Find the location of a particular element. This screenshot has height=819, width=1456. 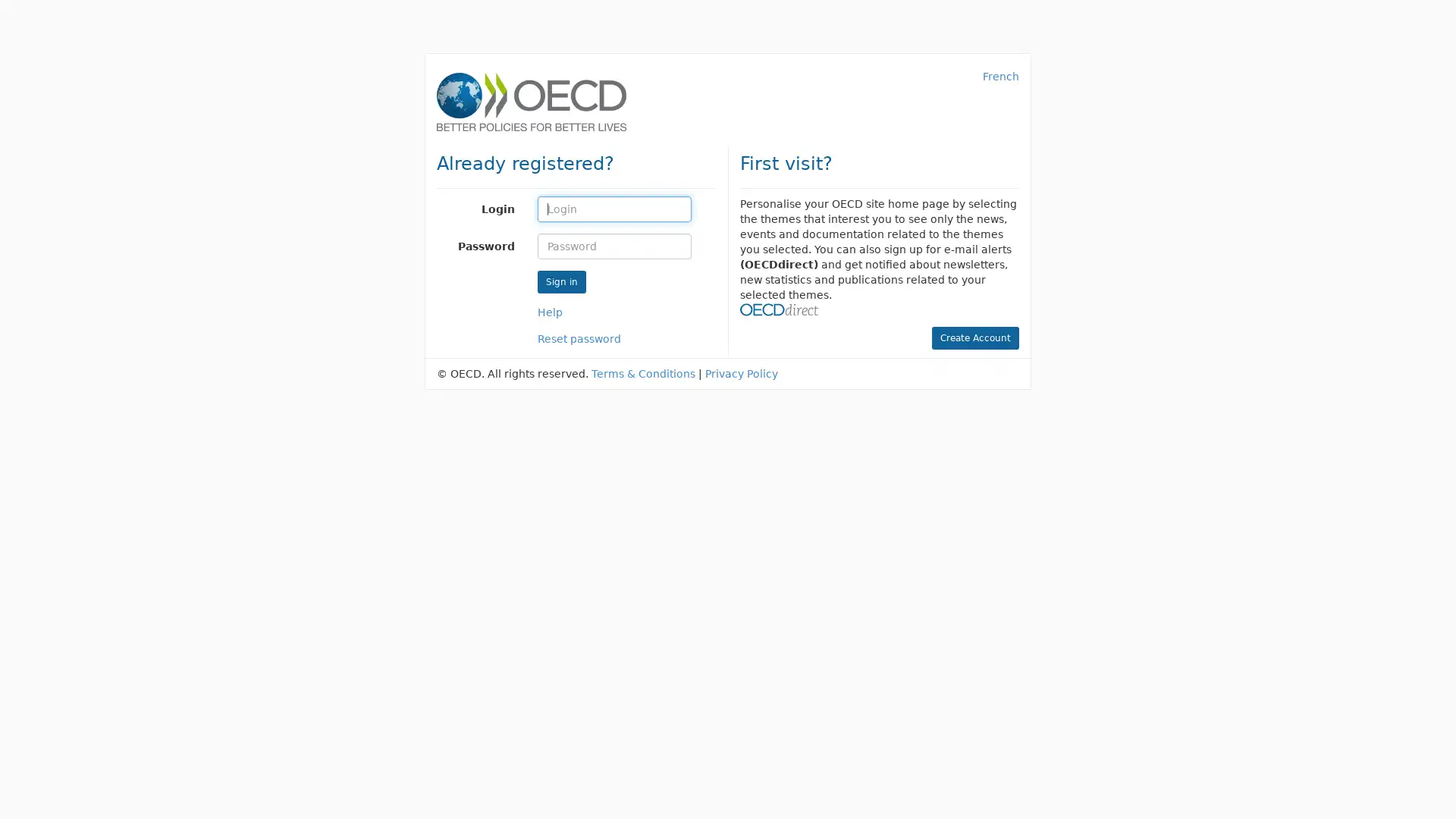

Sign in is located at coordinates (560, 281).